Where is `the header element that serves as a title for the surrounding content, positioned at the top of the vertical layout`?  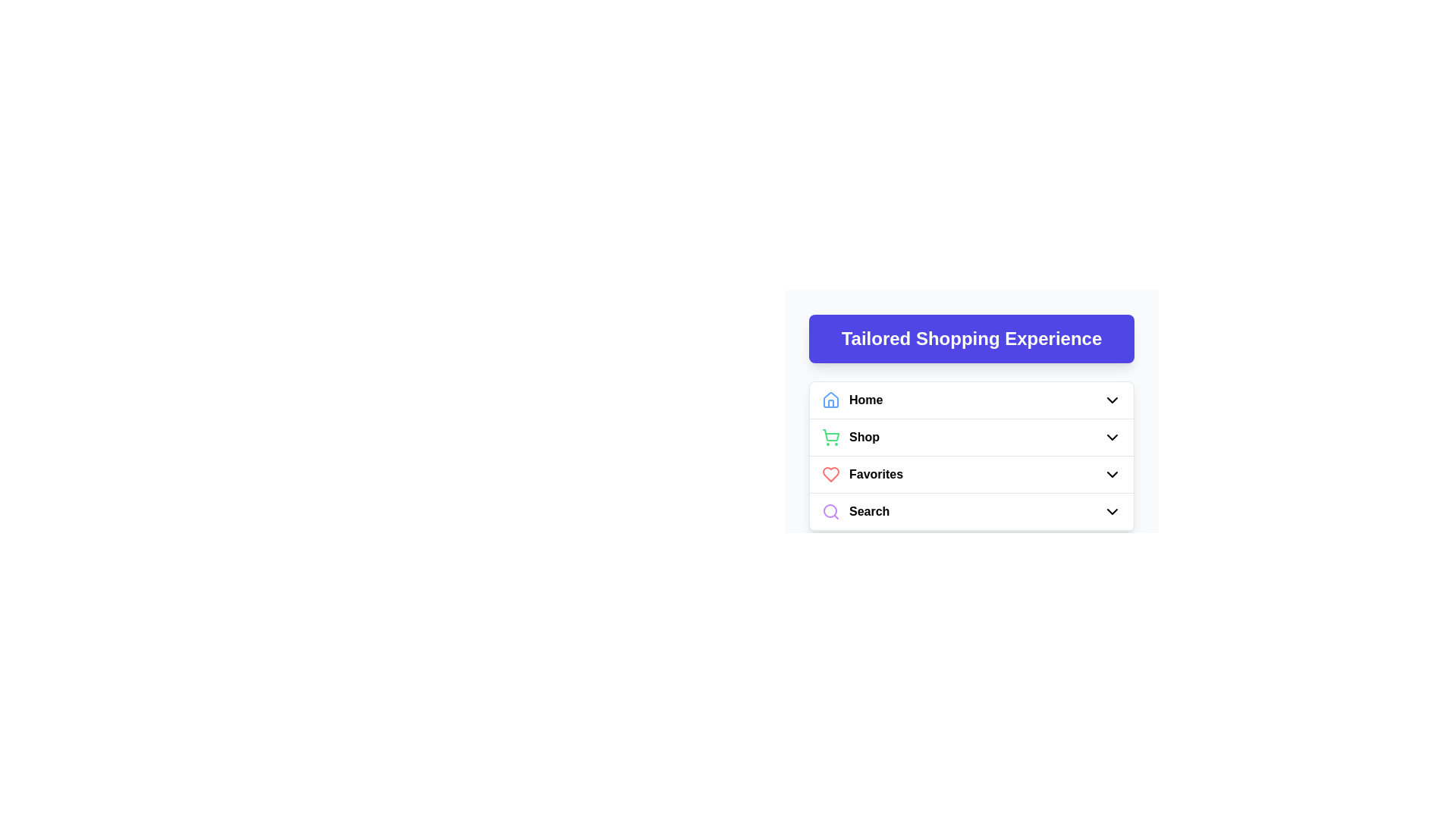 the header element that serves as a title for the surrounding content, positioned at the top of the vertical layout is located at coordinates (971, 338).